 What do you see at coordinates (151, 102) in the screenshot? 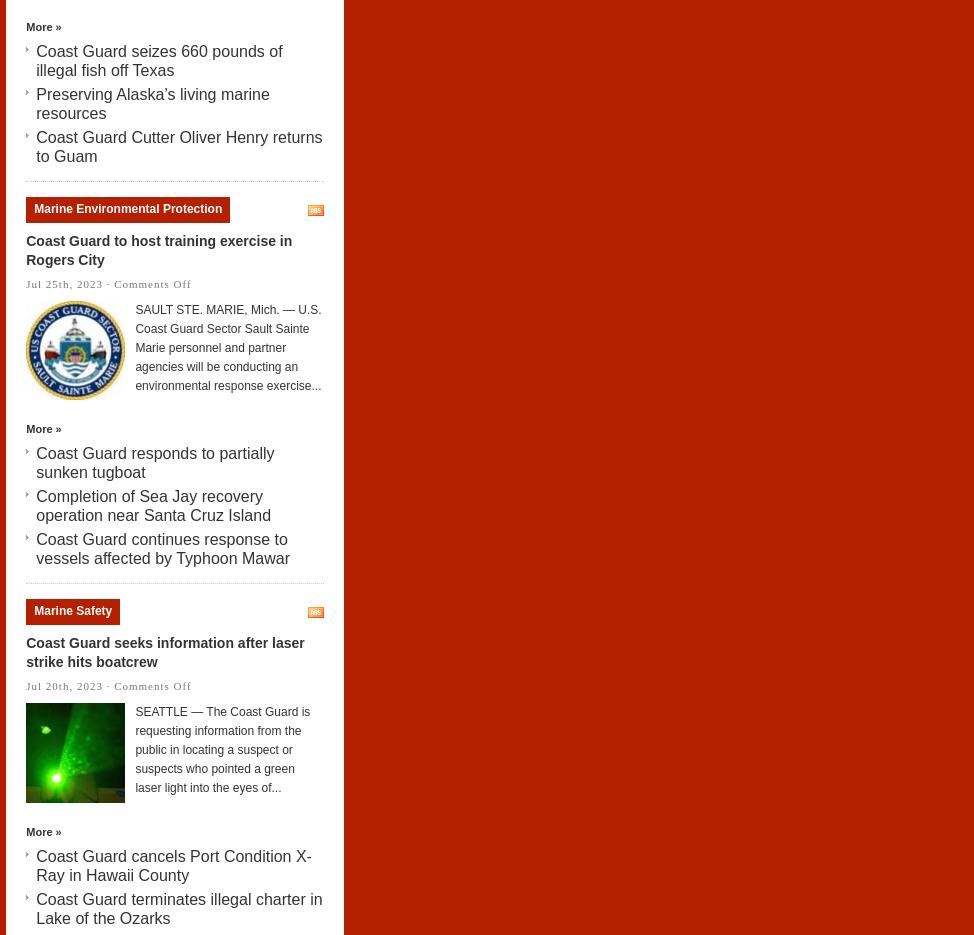
I see `'Preserving Alaska’s living marine resources'` at bounding box center [151, 102].